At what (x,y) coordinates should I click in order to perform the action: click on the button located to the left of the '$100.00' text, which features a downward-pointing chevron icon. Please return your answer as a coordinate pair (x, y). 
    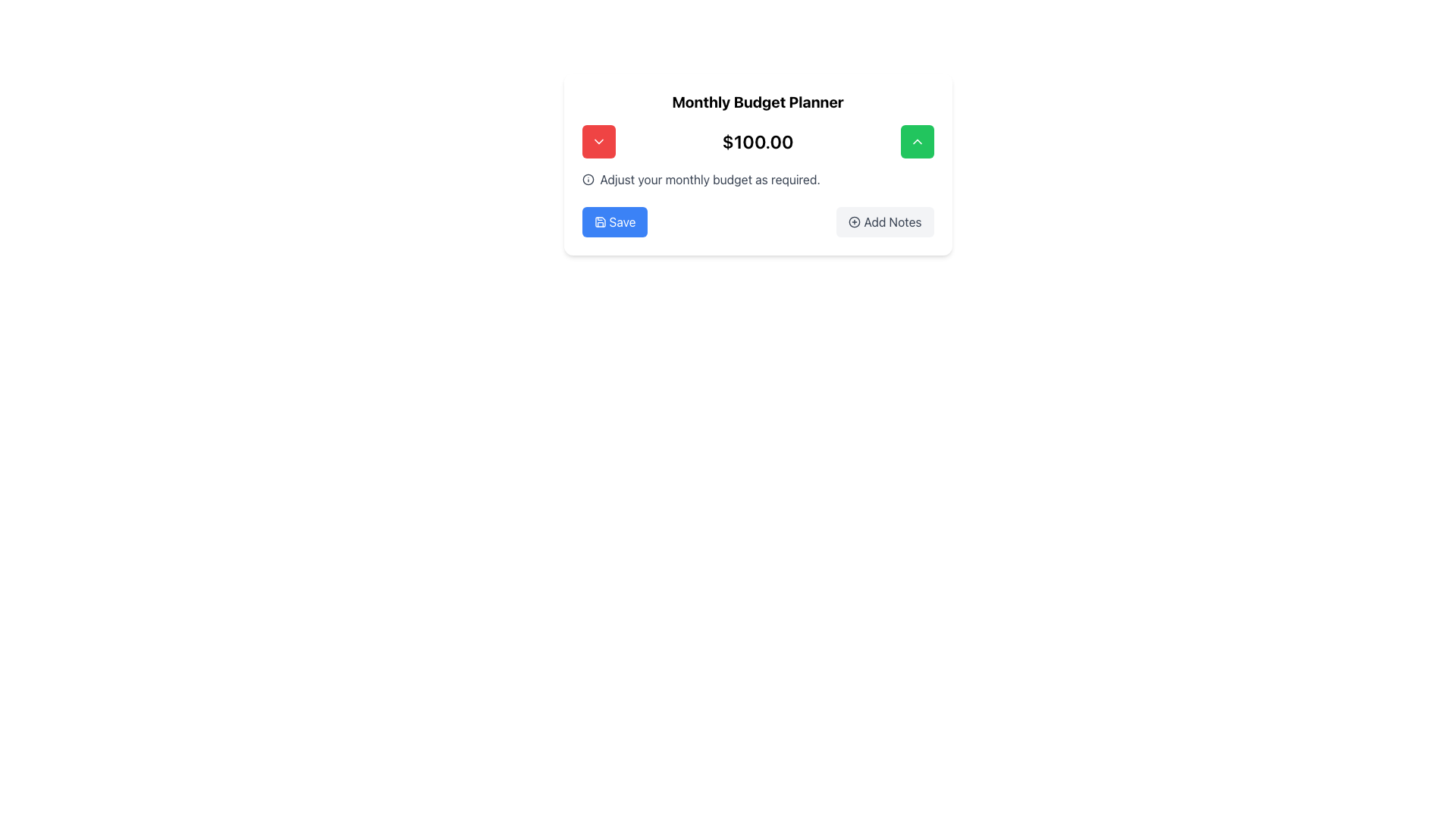
    Looking at the image, I should click on (598, 141).